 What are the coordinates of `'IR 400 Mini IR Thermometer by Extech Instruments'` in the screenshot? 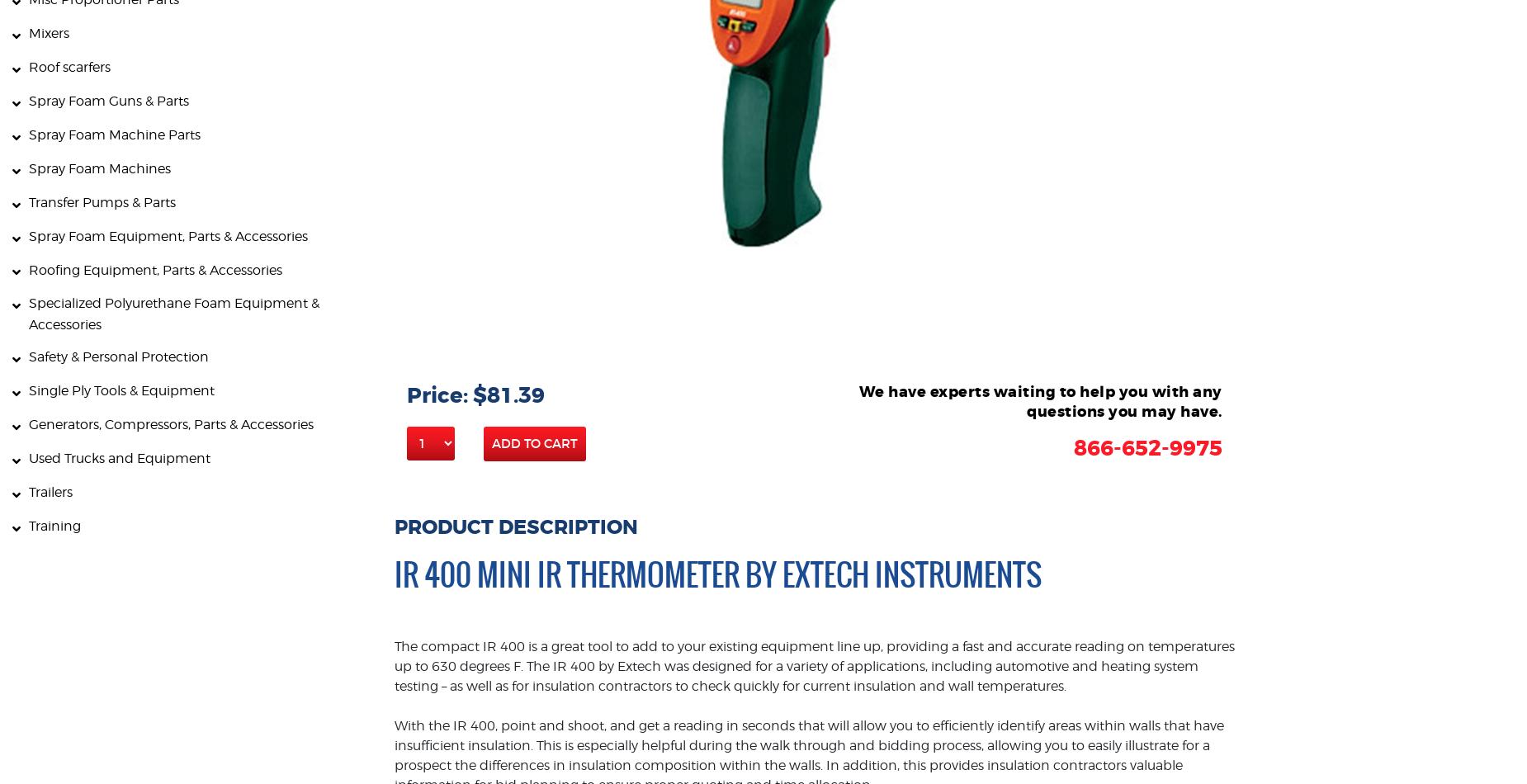 It's located at (716, 574).